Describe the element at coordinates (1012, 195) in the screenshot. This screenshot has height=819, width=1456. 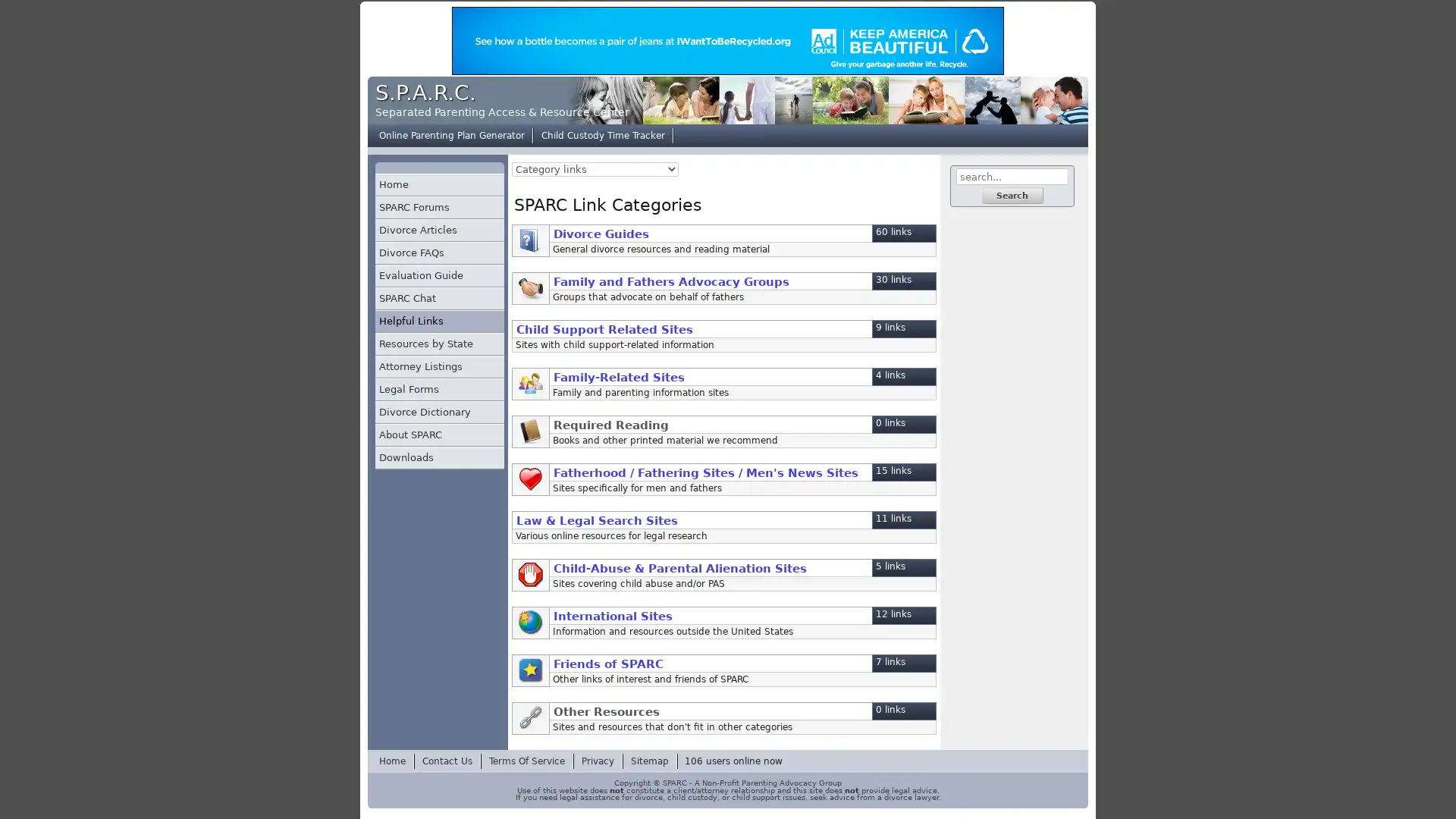
I see `Search` at that location.